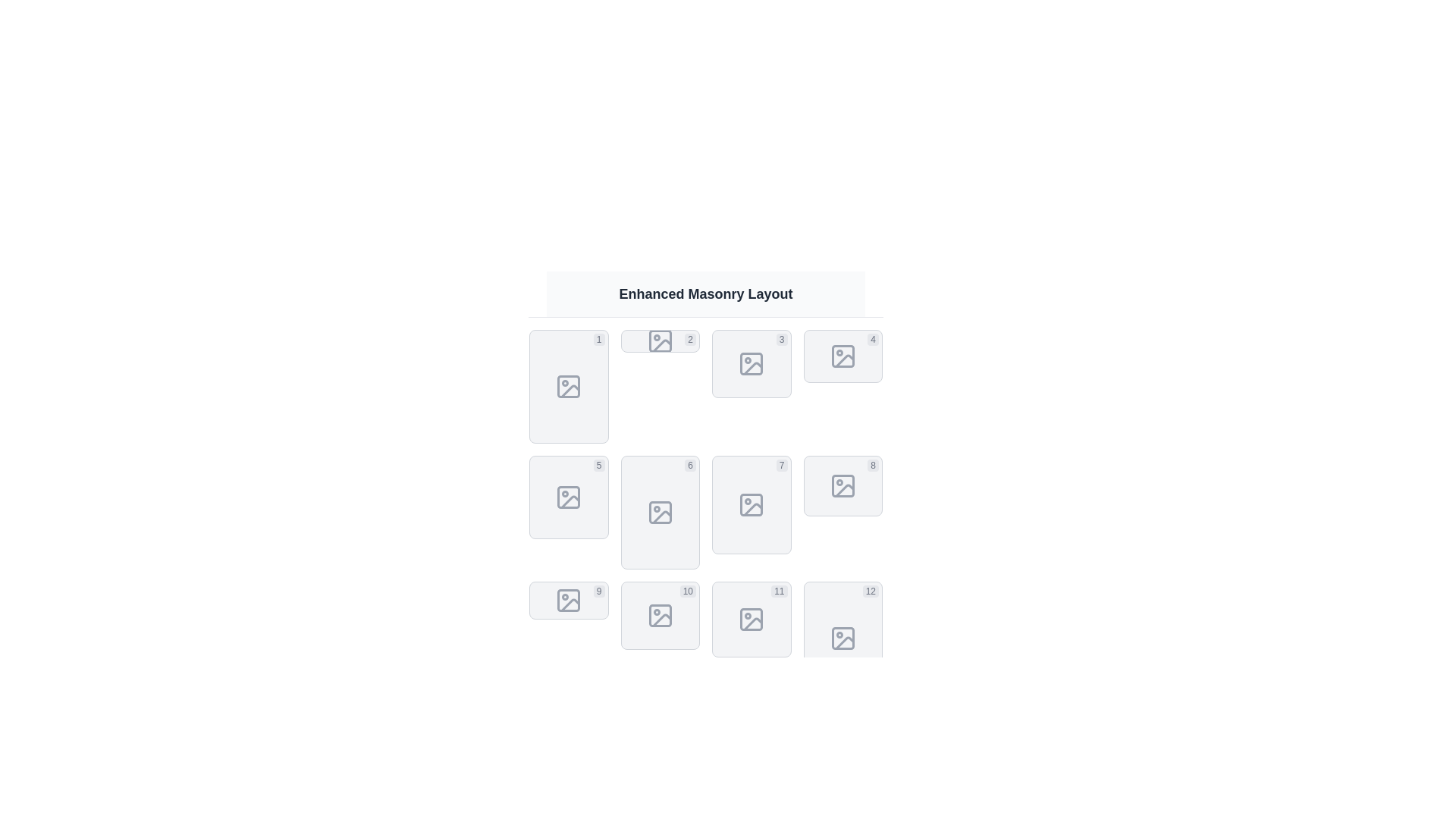  I want to click on the rectangular element with rounded corners located in the bottom-right segment of the grid layout, specifically the 12th item, which is part of an SVG icon representing an image, so click(842, 638).